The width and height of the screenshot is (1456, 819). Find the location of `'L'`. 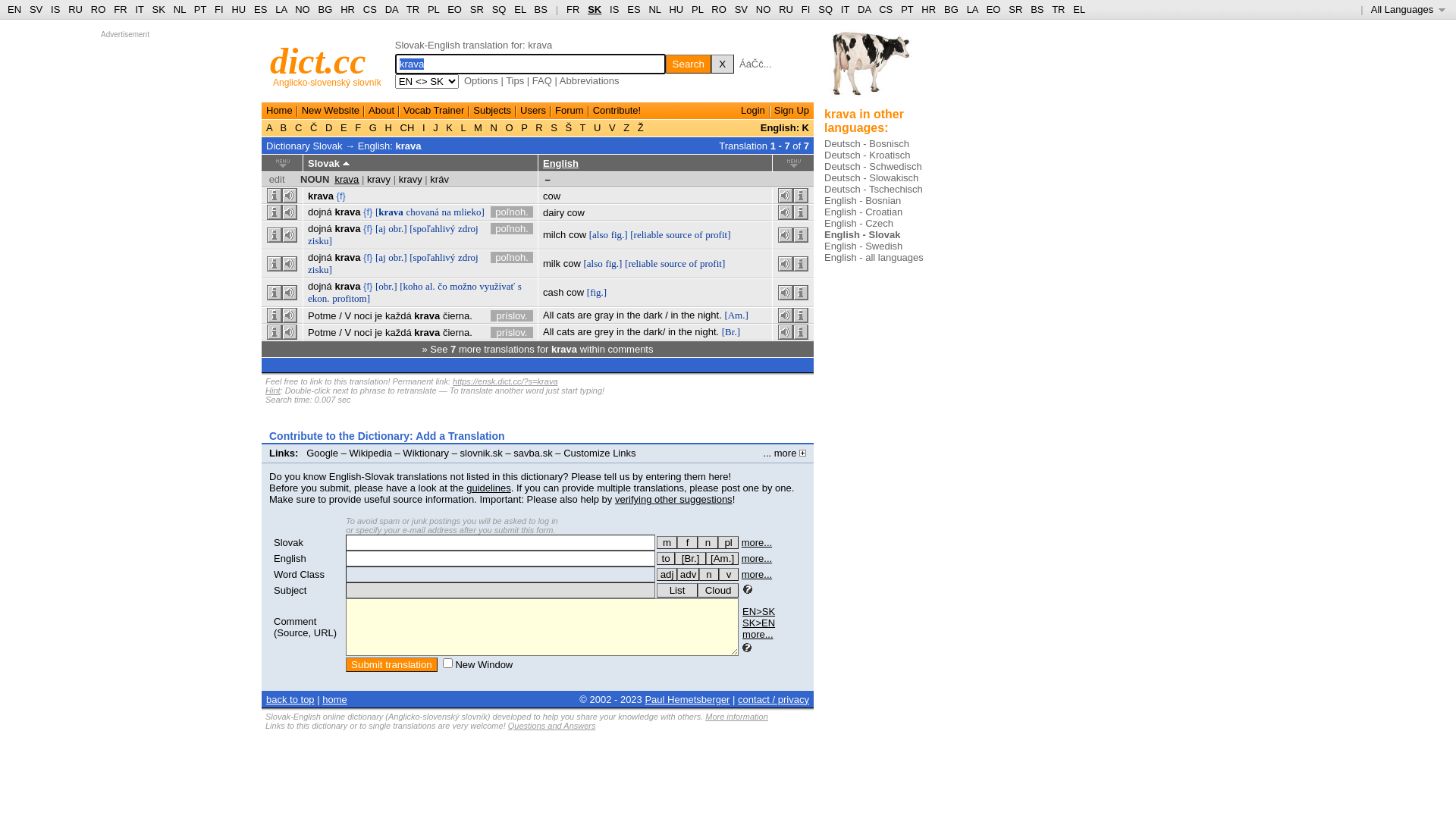

'L' is located at coordinates (462, 127).